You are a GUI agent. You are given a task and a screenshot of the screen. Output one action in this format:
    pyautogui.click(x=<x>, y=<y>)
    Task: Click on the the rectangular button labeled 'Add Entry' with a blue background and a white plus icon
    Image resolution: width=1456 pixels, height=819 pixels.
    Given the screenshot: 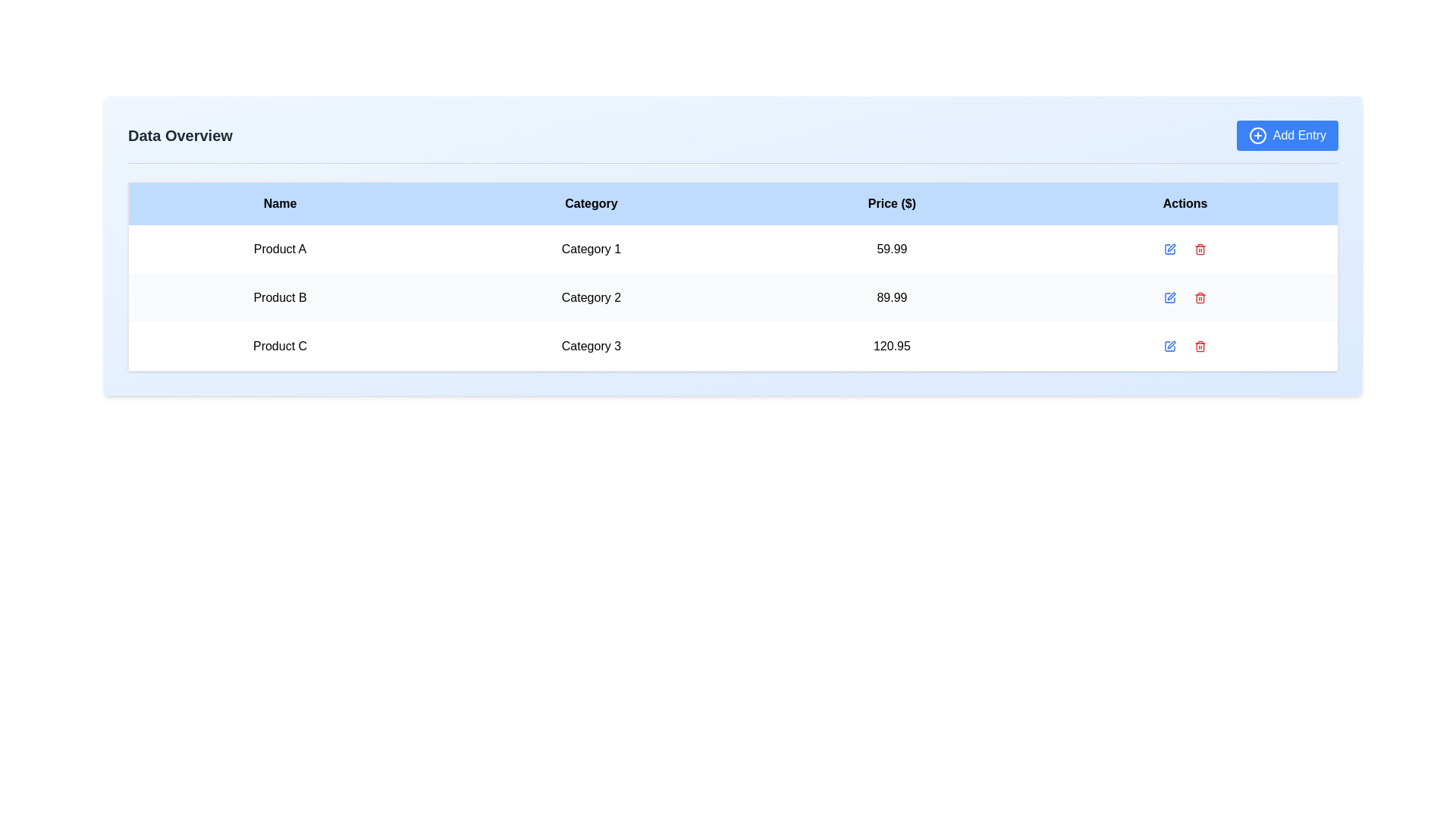 What is the action you would take?
    pyautogui.click(x=1286, y=134)
    